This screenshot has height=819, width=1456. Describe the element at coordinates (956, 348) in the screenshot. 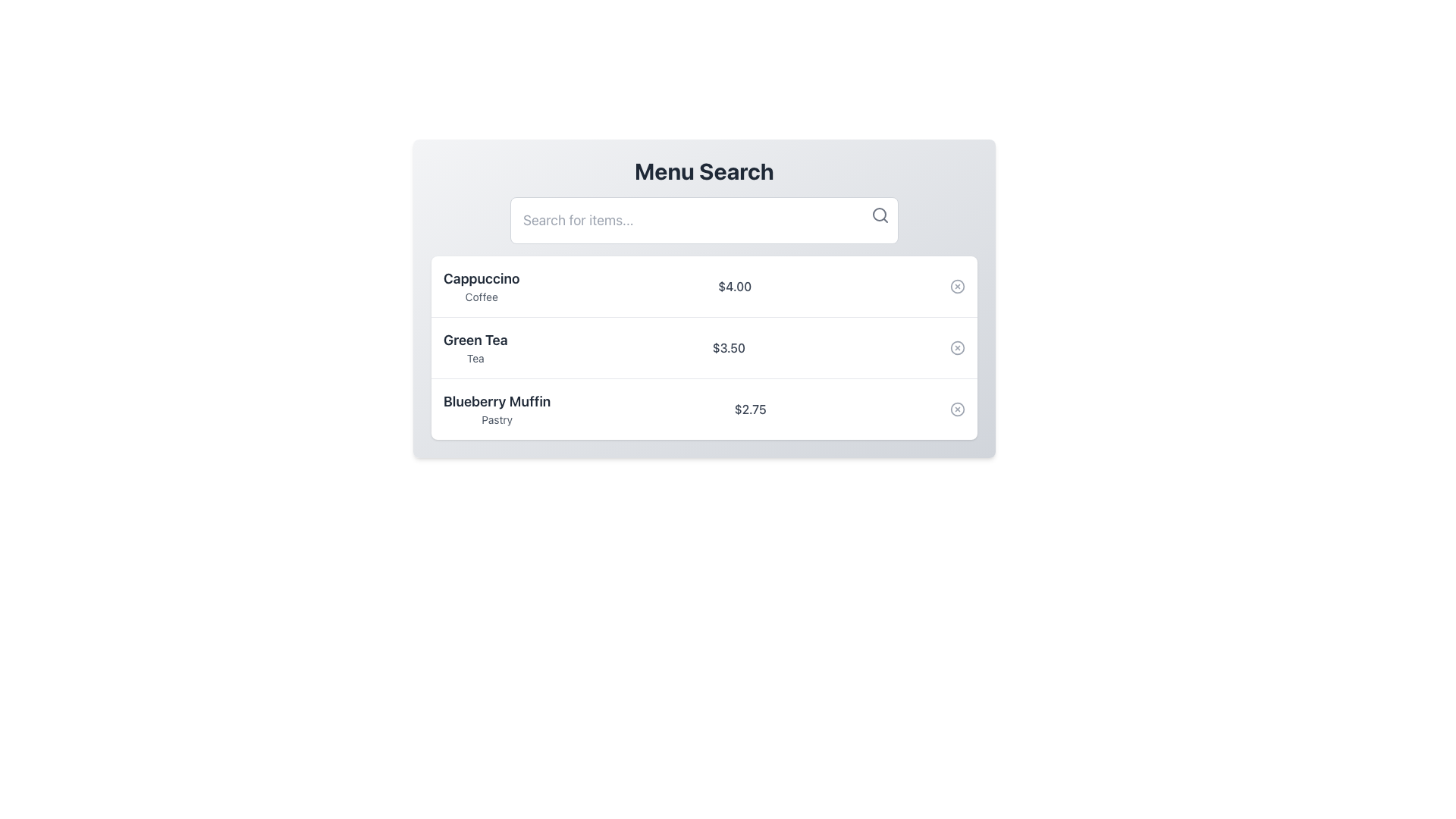

I see `the button that allows users to remove the 'Green Tea' item from the list, located to the far-right side next to the '$3.50' text` at that location.